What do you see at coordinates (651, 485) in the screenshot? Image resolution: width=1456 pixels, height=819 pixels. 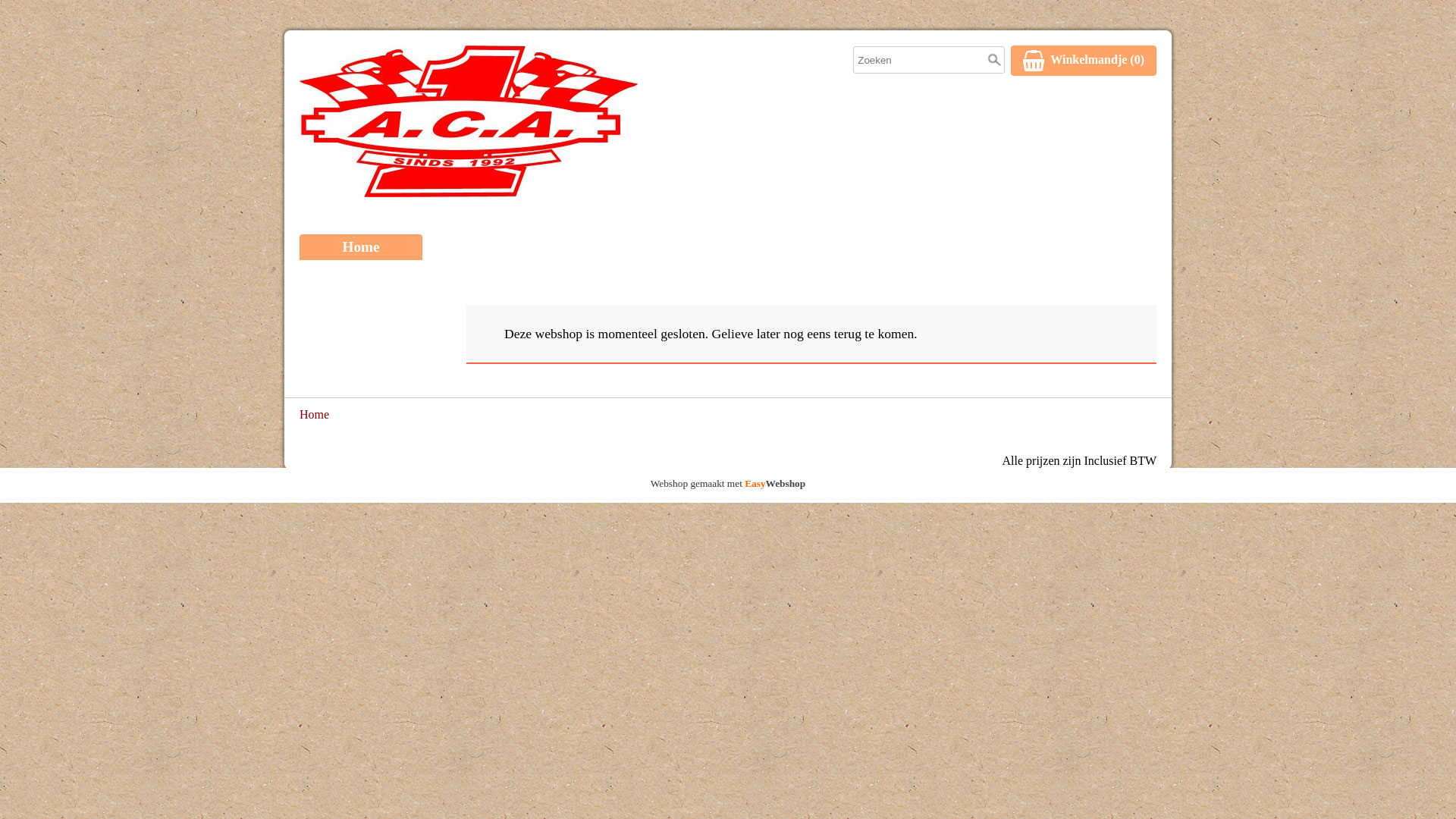 I see `'Webshop gemaakt met EasyWebshop'` at bounding box center [651, 485].